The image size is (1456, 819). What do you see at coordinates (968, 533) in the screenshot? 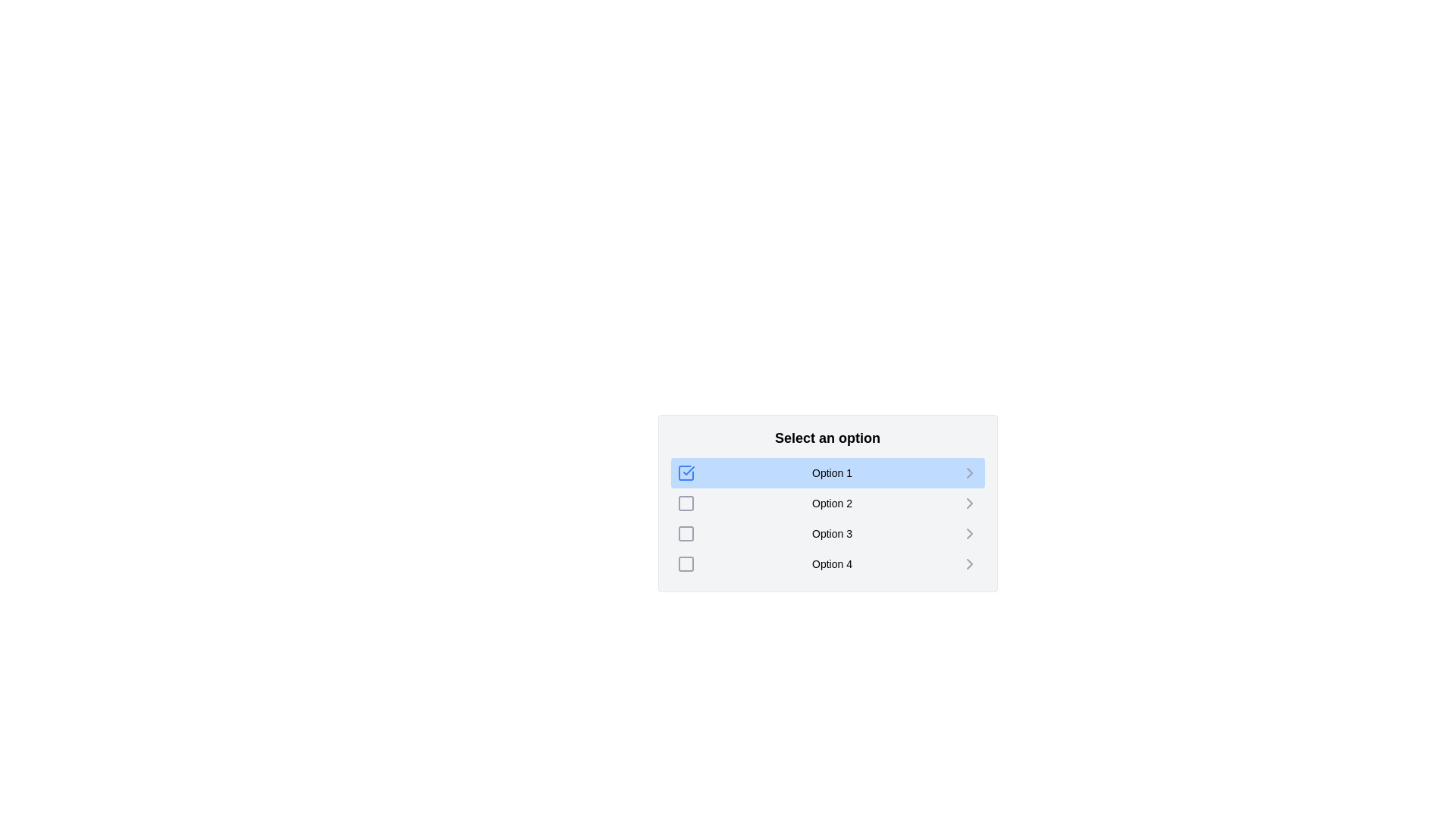
I see `the right-facing chevron icon next to 'Option 3'` at bounding box center [968, 533].